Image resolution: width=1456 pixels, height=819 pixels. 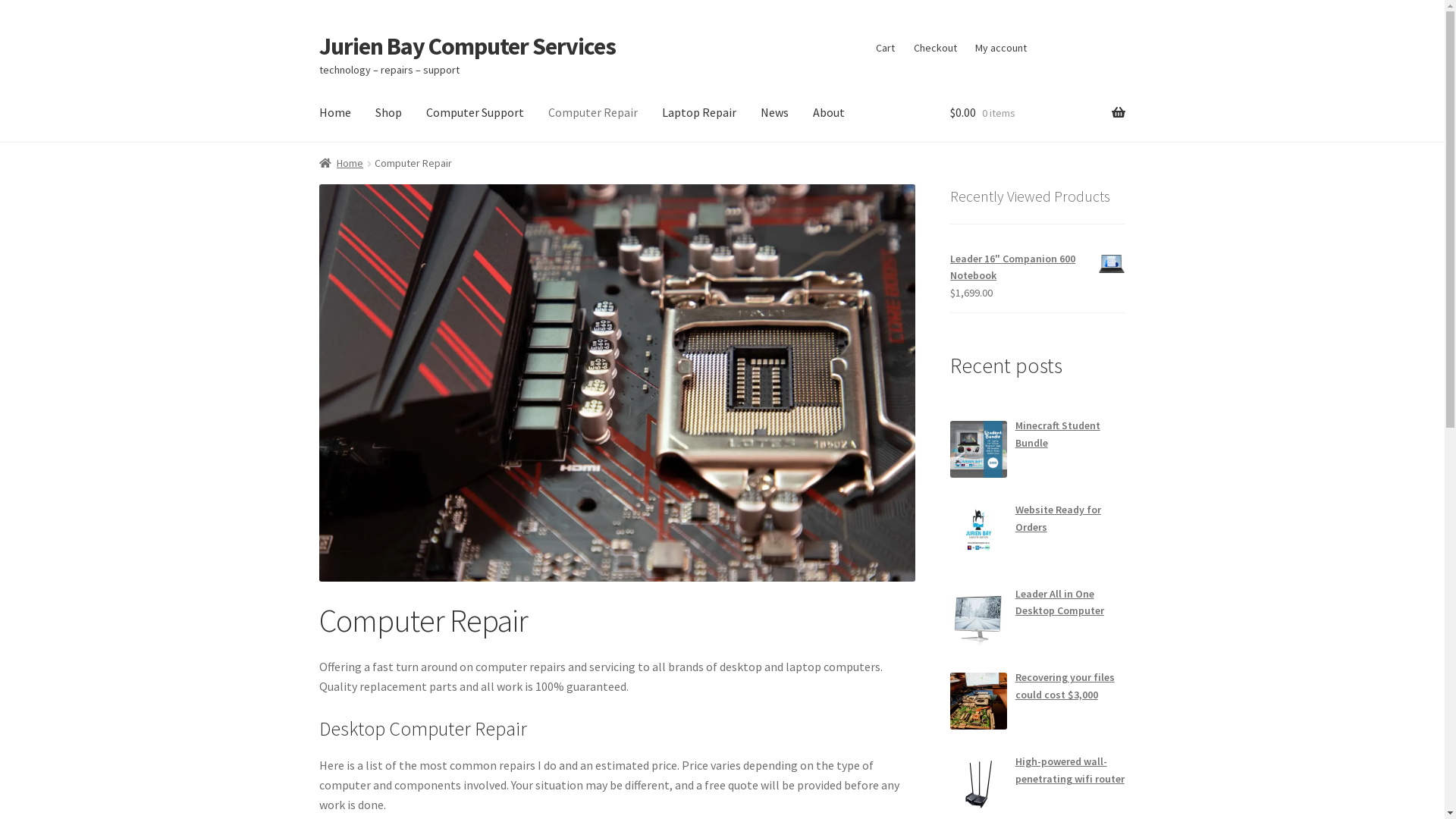 What do you see at coordinates (1069, 770) in the screenshot?
I see `'High-powered wall-penetrating wifi router'` at bounding box center [1069, 770].